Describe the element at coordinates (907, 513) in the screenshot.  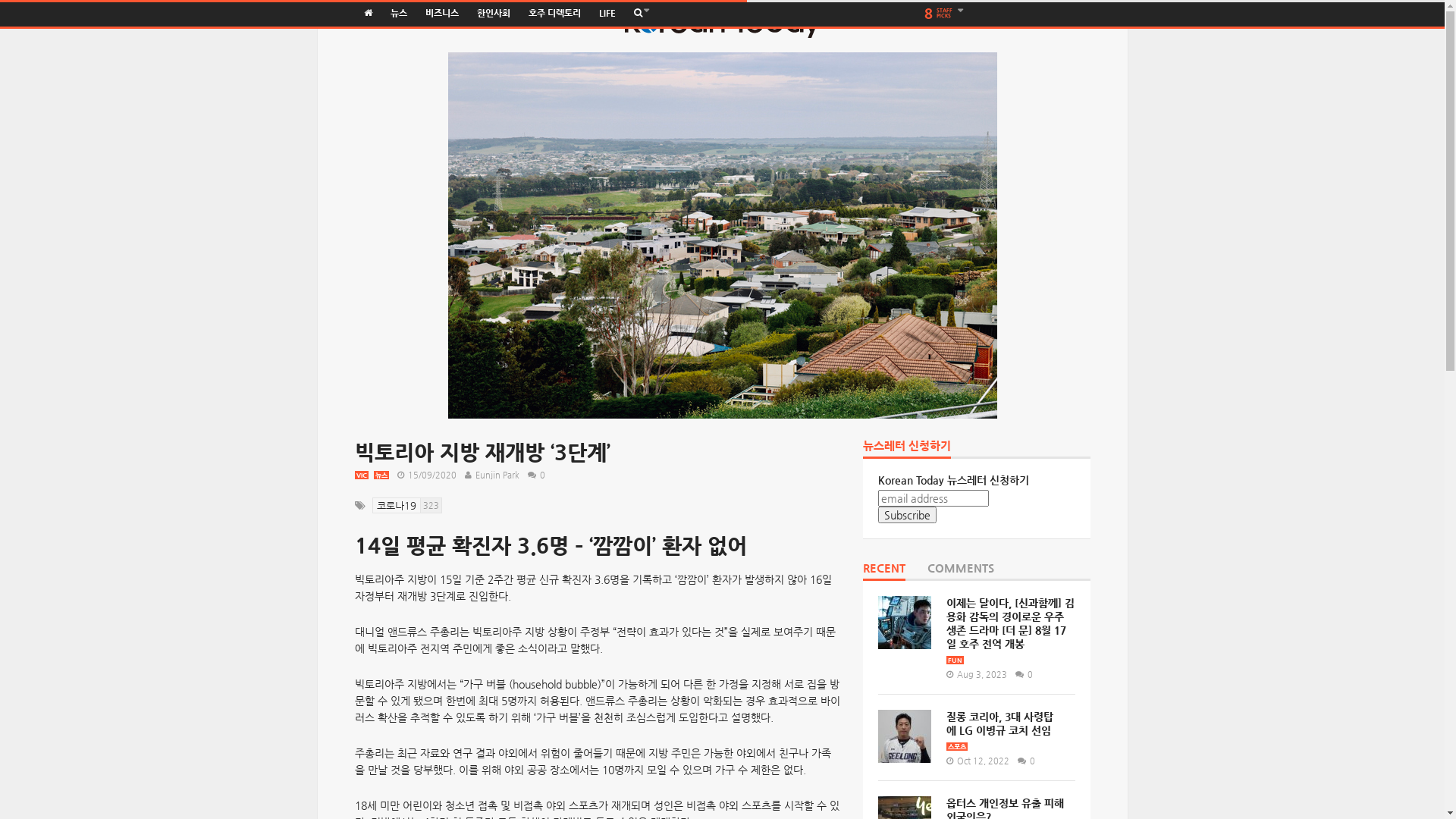
I see `'Subscribe'` at that location.